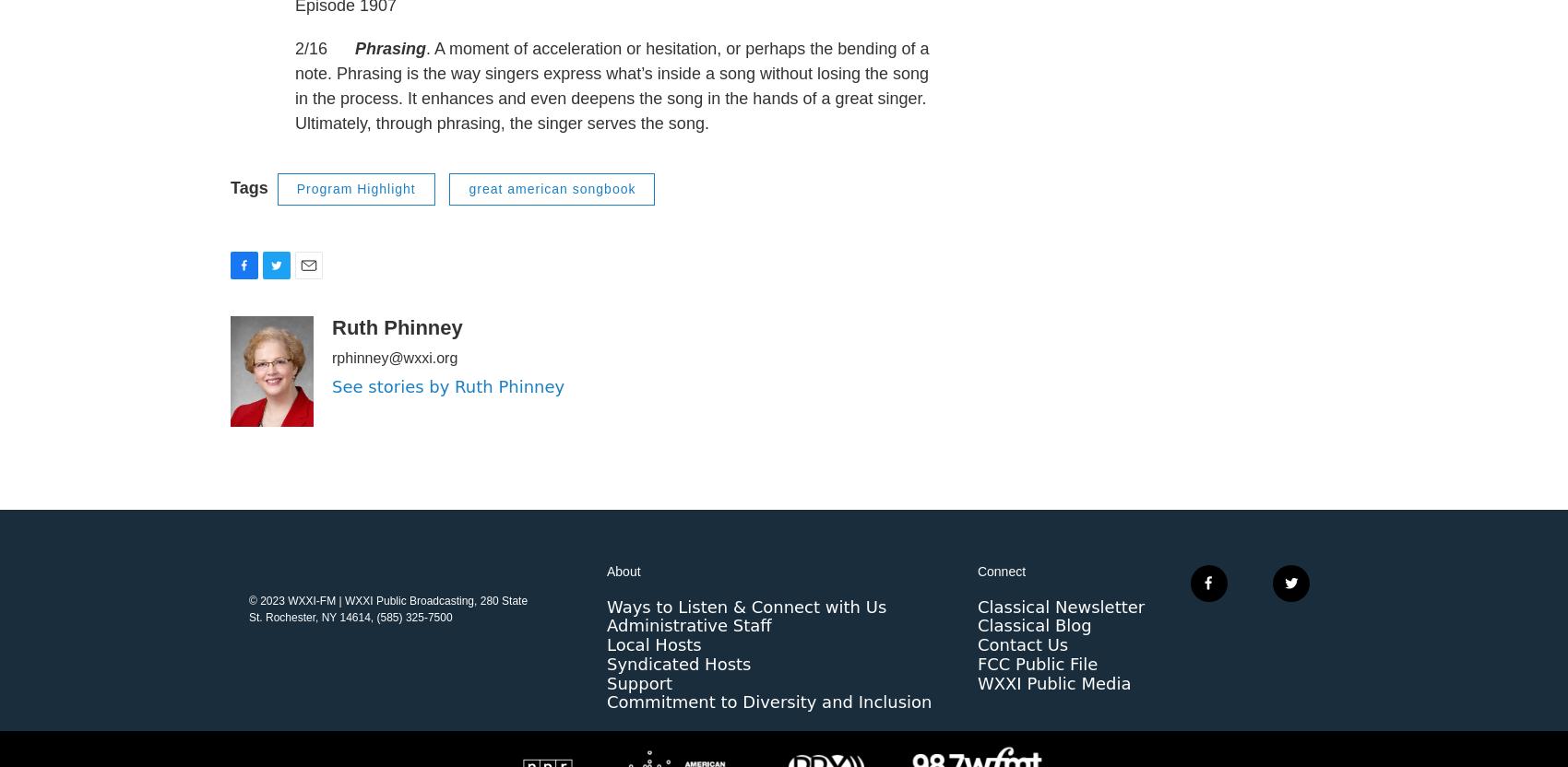 This screenshot has width=1568, height=767. What do you see at coordinates (607, 737) in the screenshot?
I see `'Commitment to Diversity and Inclusion'` at bounding box center [607, 737].